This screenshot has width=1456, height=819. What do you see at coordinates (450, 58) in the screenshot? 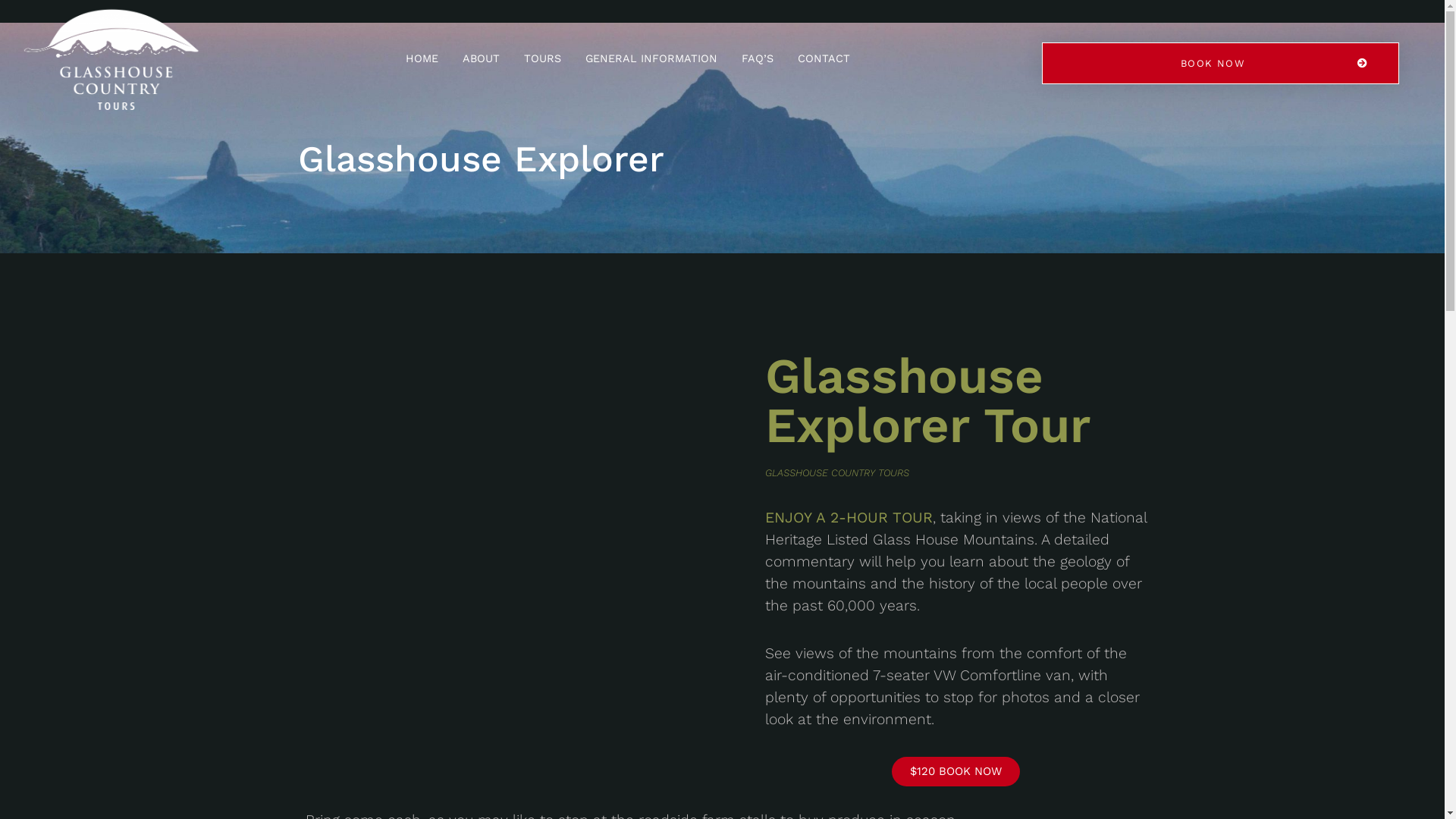
I see `'ABOUT'` at bounding box center [450, 58].